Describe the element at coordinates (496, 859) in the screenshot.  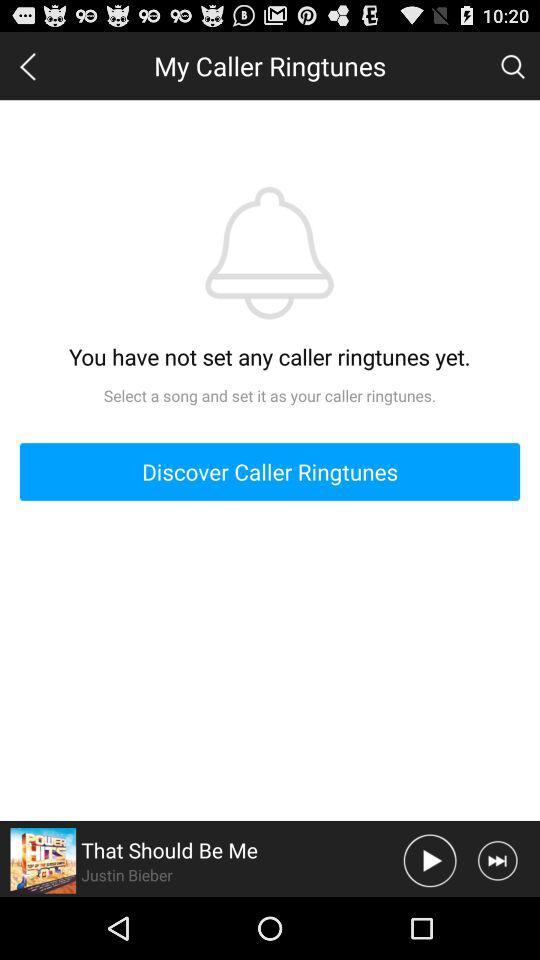
I see `fast forward` at that location.